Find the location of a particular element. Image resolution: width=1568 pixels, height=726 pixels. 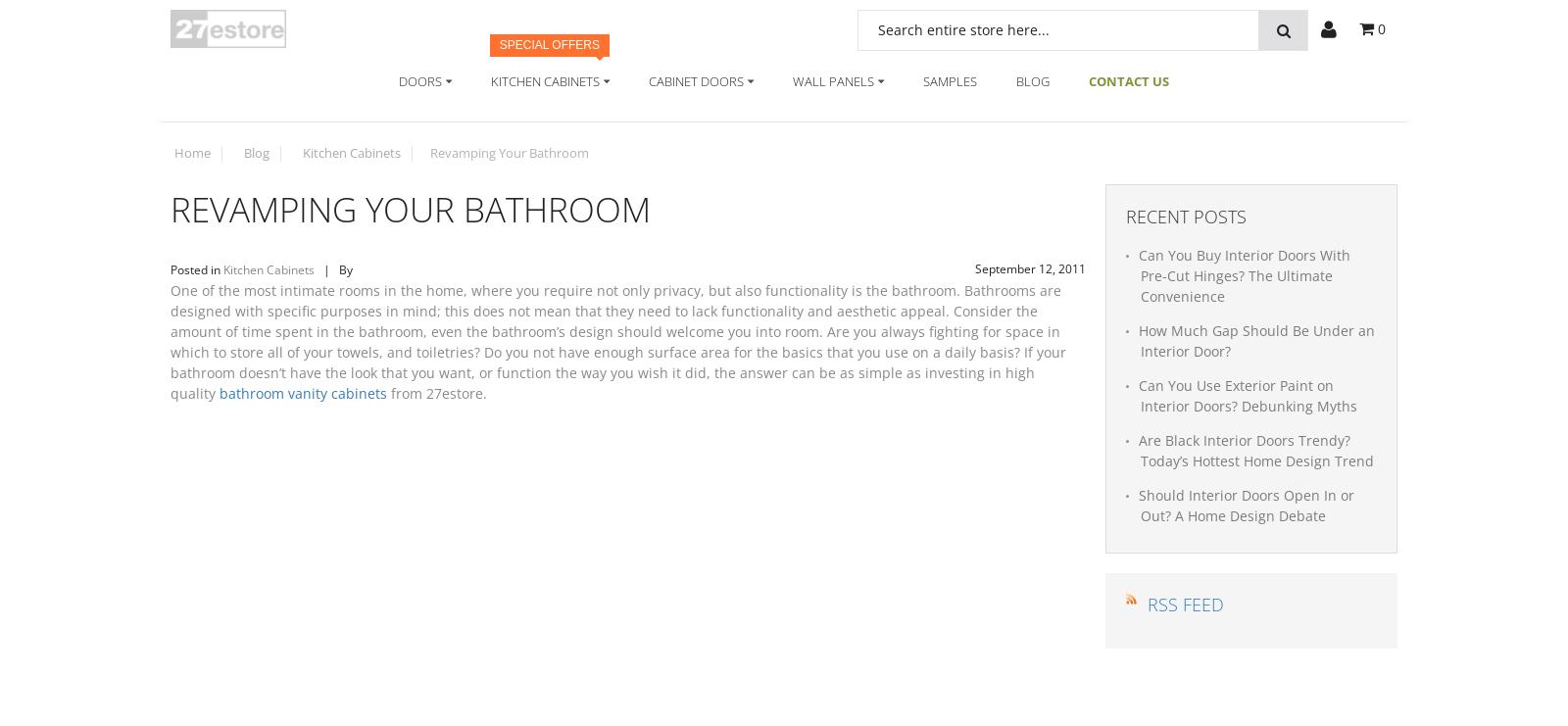

'Can You Use Exterior Paint on Interior Doors? Debunking Myths' is located at coordinates (1247, 394).